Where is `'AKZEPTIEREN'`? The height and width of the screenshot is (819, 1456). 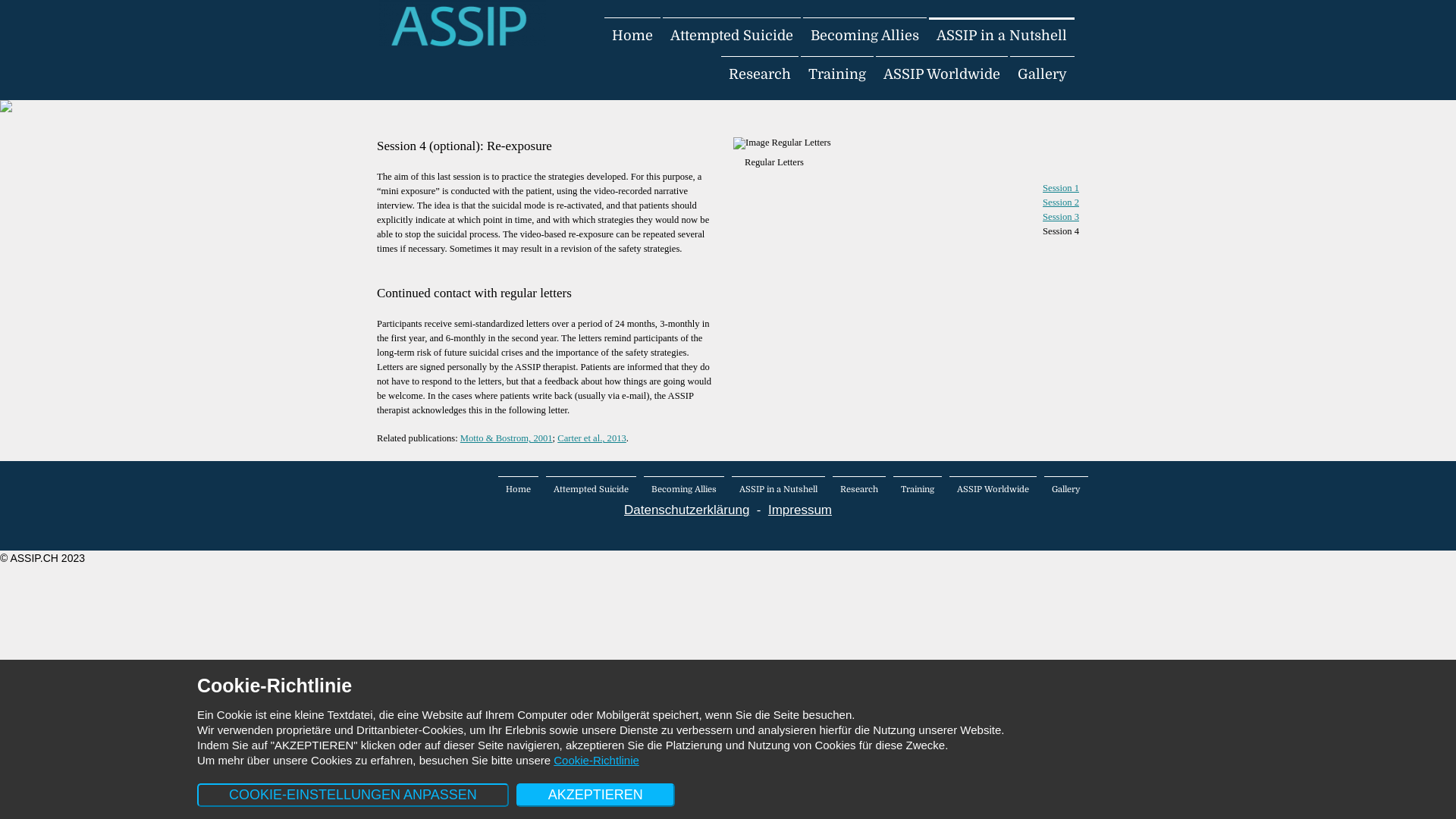 'AKZEPTIEREN' is located at coordinates (595, 794).